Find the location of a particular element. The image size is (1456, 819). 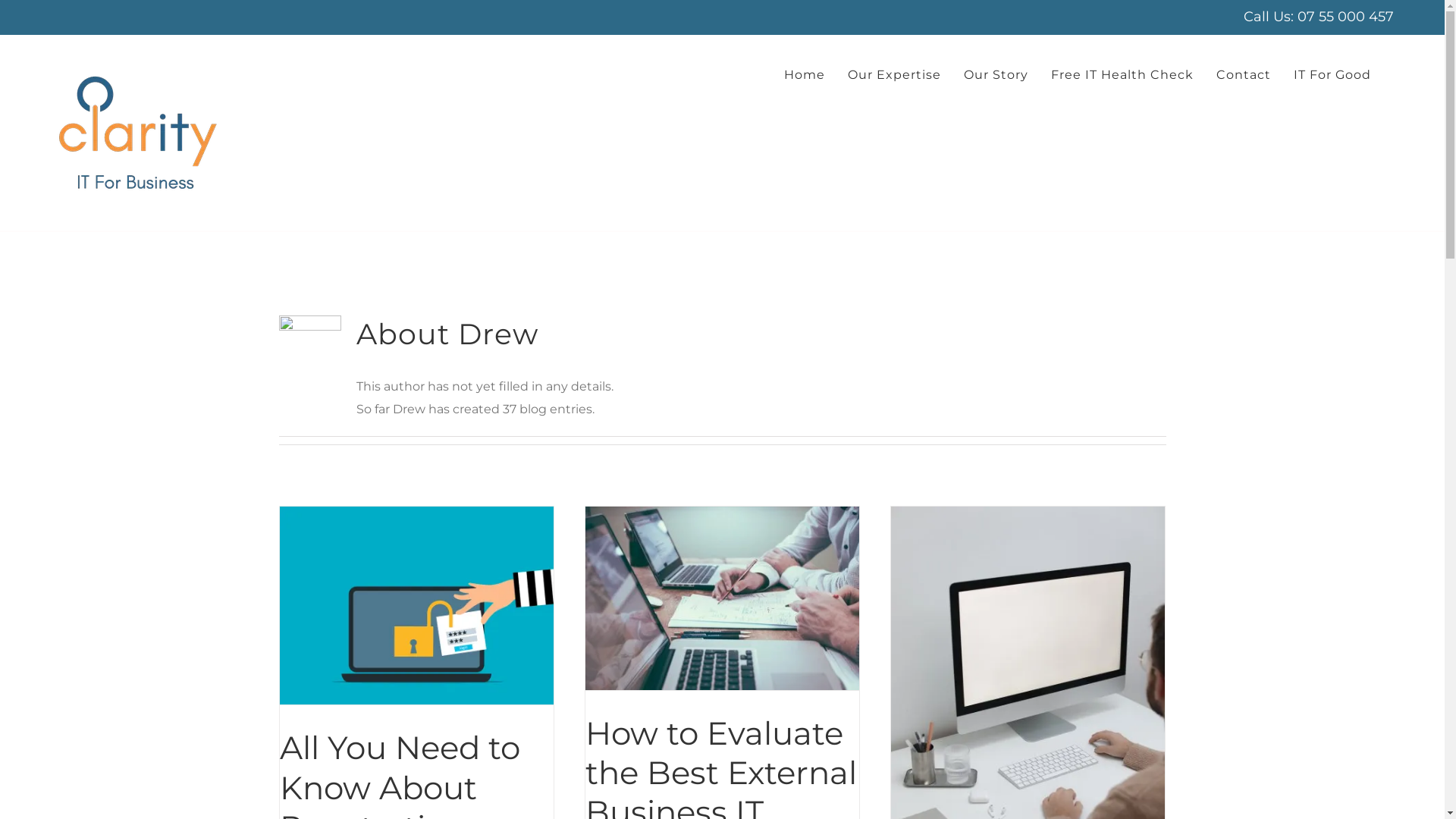

'Our Story' is located at coordinates (963, 75).